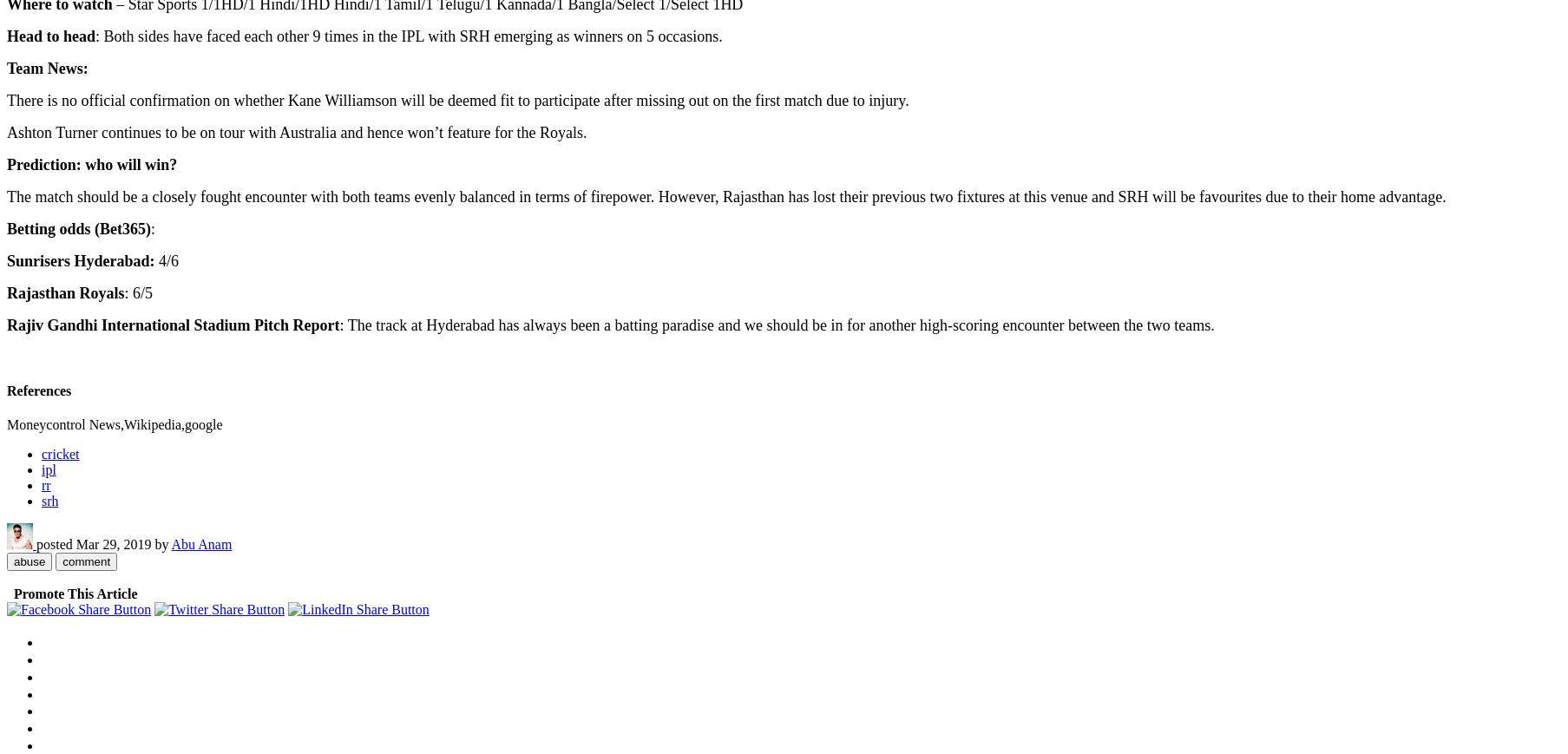  Describe the element at coordinates (91, 163) in the screenshot. I see `'Prediction: who will win?'` at that location.